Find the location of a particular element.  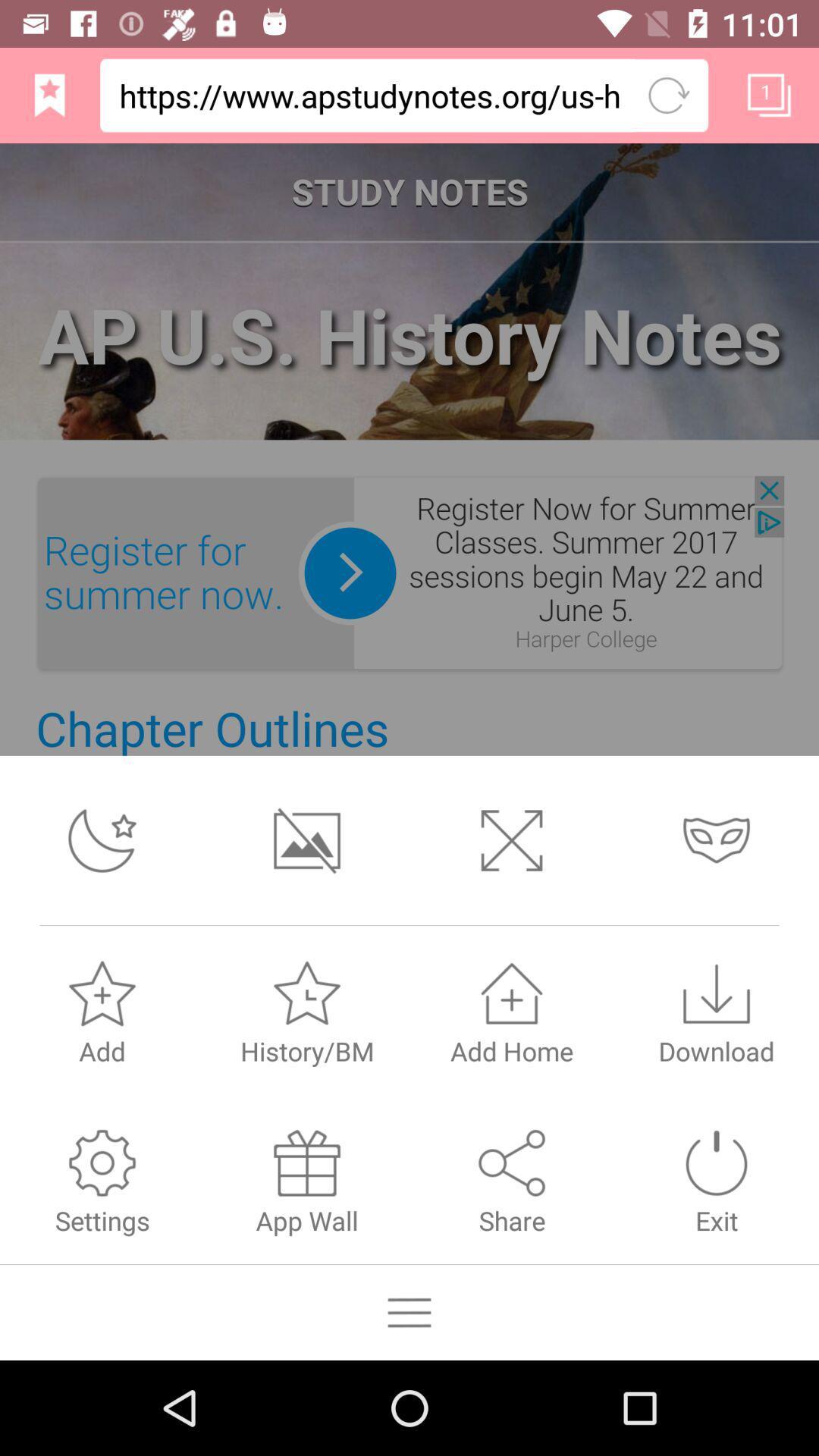

image which is above the text historybm is located at coordinates (307, 993).